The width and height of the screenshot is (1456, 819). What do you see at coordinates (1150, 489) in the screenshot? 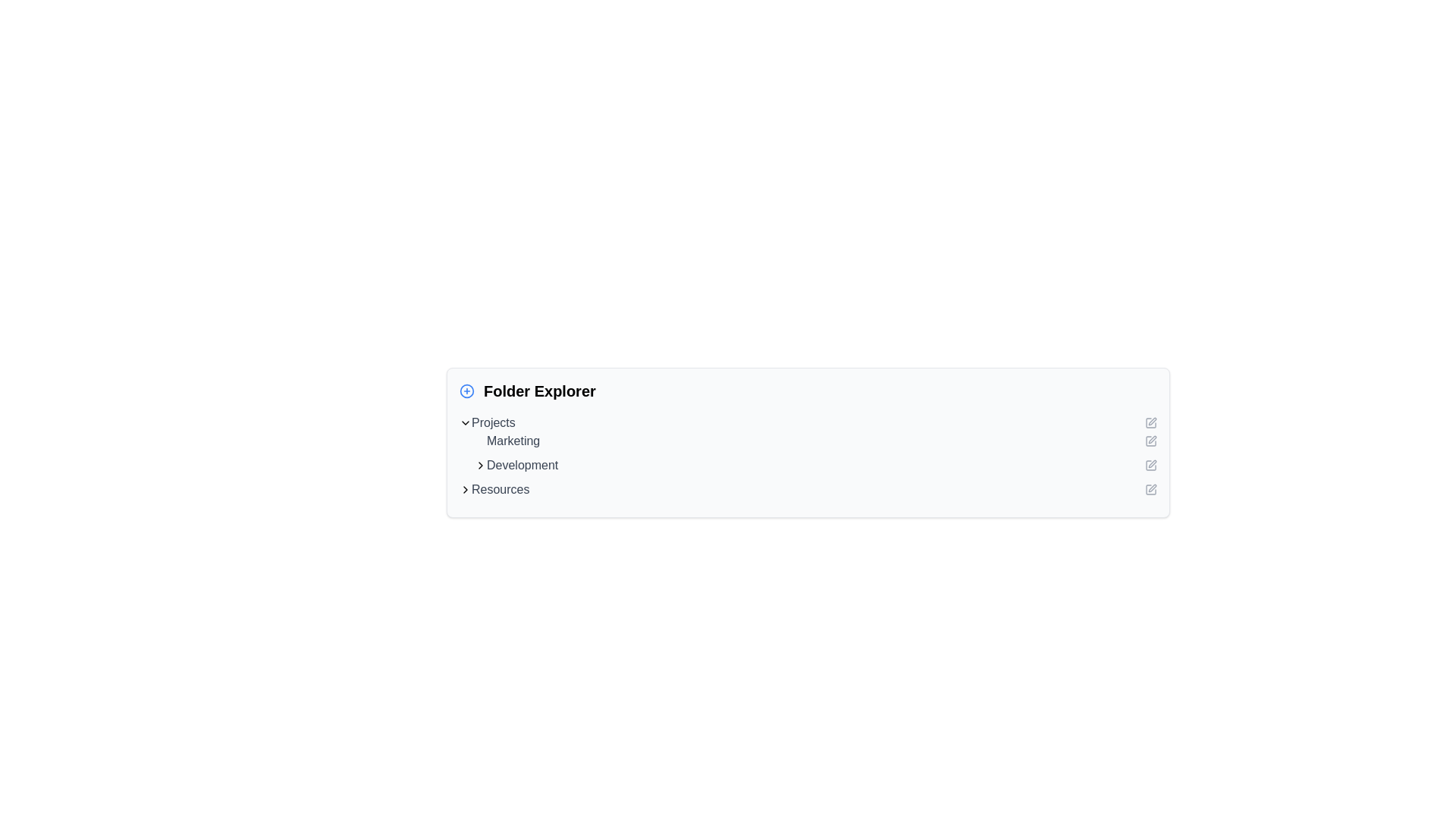
I see `the small square pen icon located on the far right of the interface, adjacent to the label 'Resources', to initiate an edit action` at bounding box center [1150, 489].